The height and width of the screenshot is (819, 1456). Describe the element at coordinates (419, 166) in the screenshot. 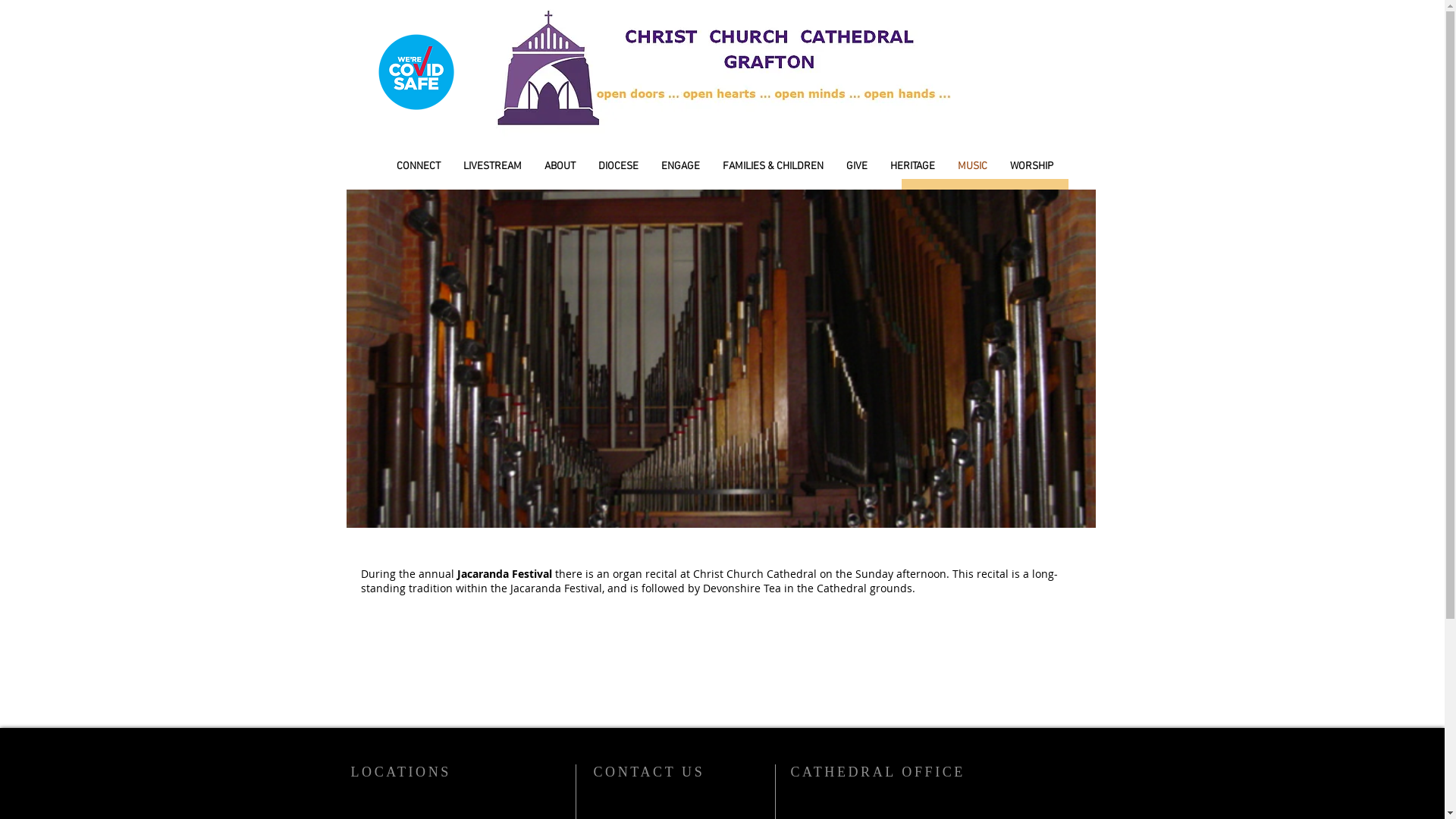

I see `'CONNECT'` at that location.